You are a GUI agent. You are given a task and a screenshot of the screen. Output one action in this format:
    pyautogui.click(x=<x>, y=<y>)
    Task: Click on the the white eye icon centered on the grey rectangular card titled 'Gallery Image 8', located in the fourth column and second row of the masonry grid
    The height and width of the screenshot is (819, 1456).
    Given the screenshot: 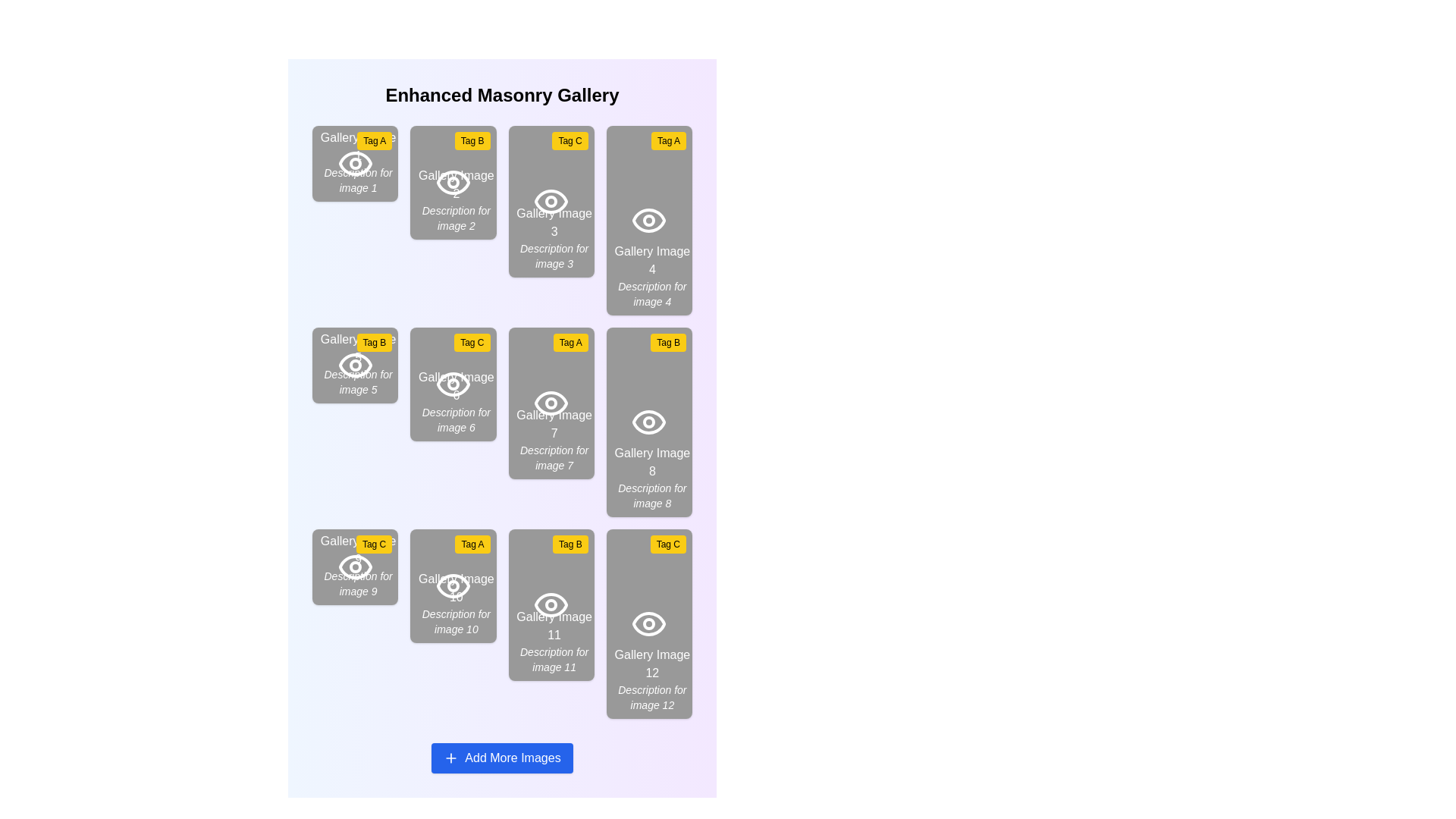 What is the action you would take?
    pyautogui.click(x=649, y=422)
    